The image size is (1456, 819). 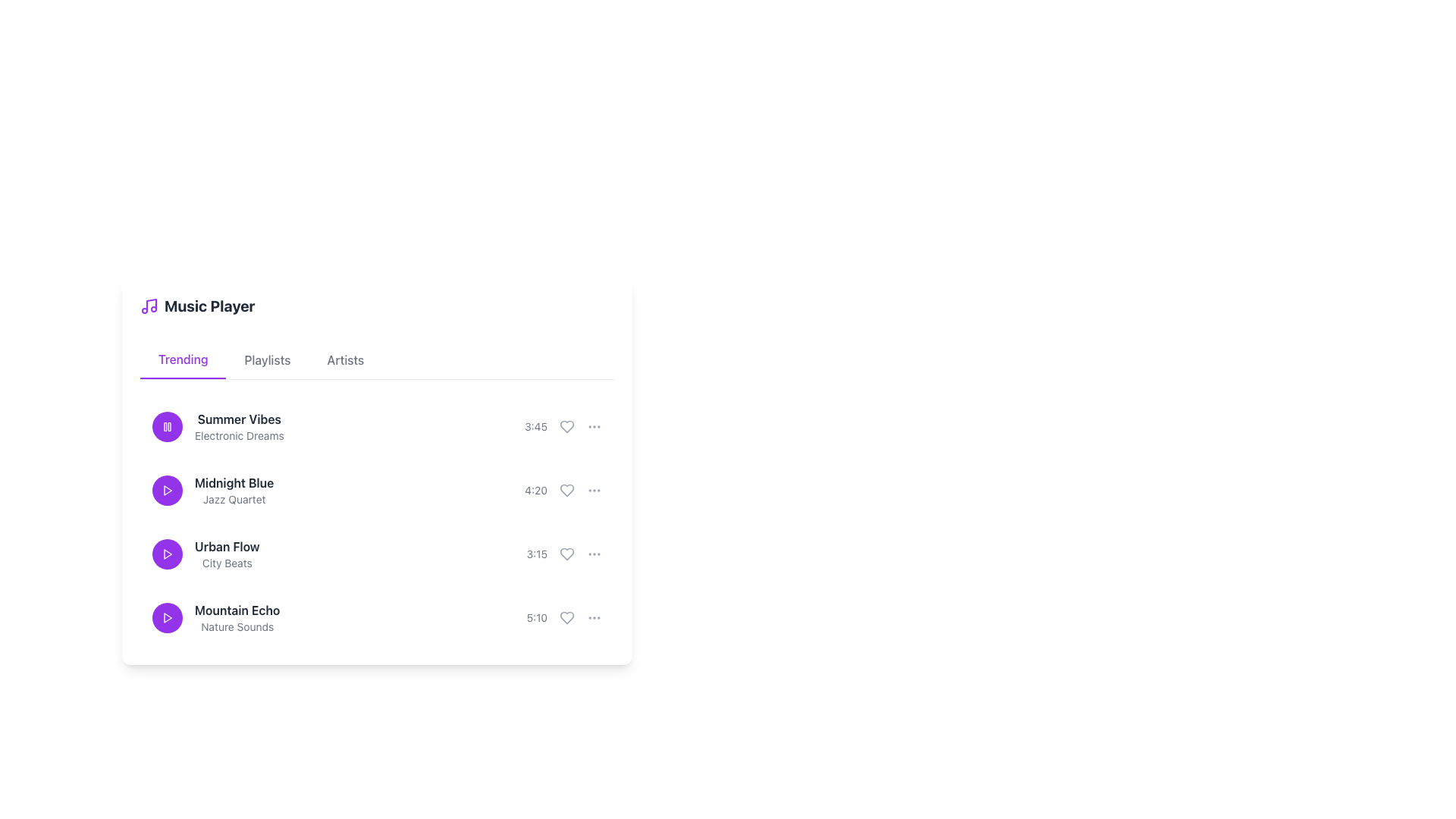 I want to click on static text label located beneath the 'Midnight Blue' title in the second row of the list in the 'Trending' tab of the music player interface, so click(x=234, y=500).